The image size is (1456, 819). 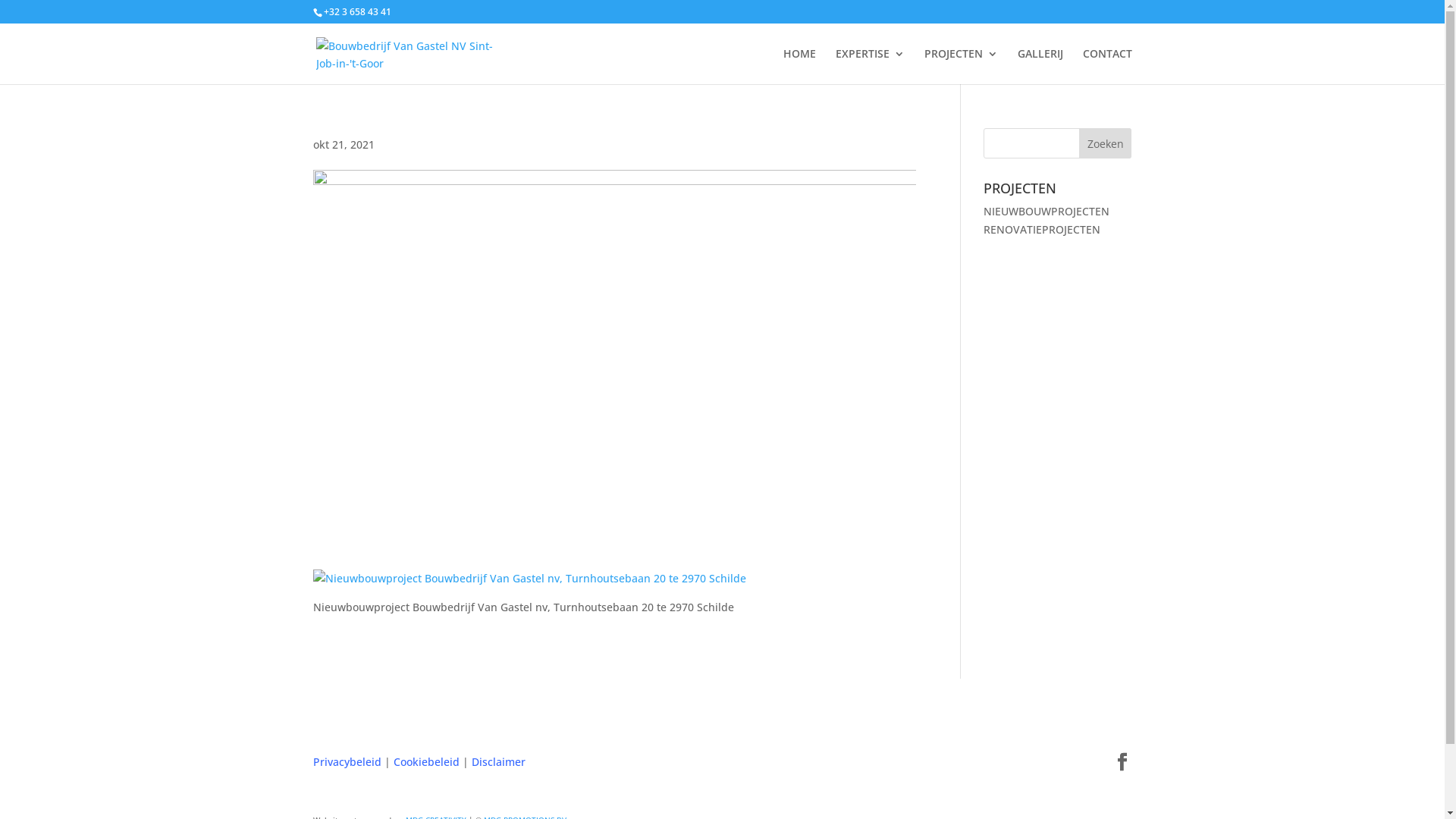 I want to click on 'NIEUWBOUWPROJECTEN', so click(x=983, y=211).